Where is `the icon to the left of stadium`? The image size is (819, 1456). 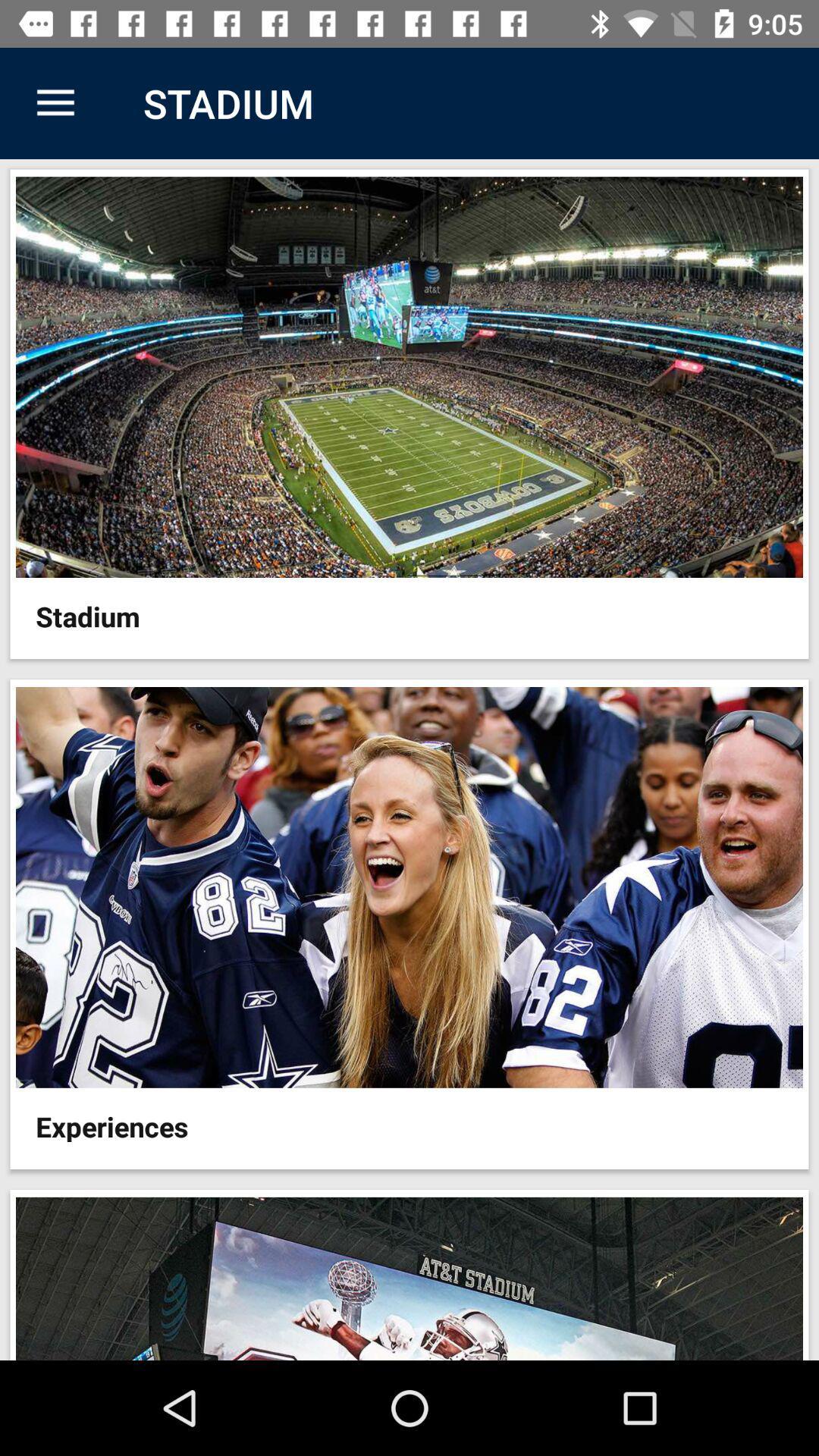
the icon to the left of stadium is located at coordinates (55, 102).